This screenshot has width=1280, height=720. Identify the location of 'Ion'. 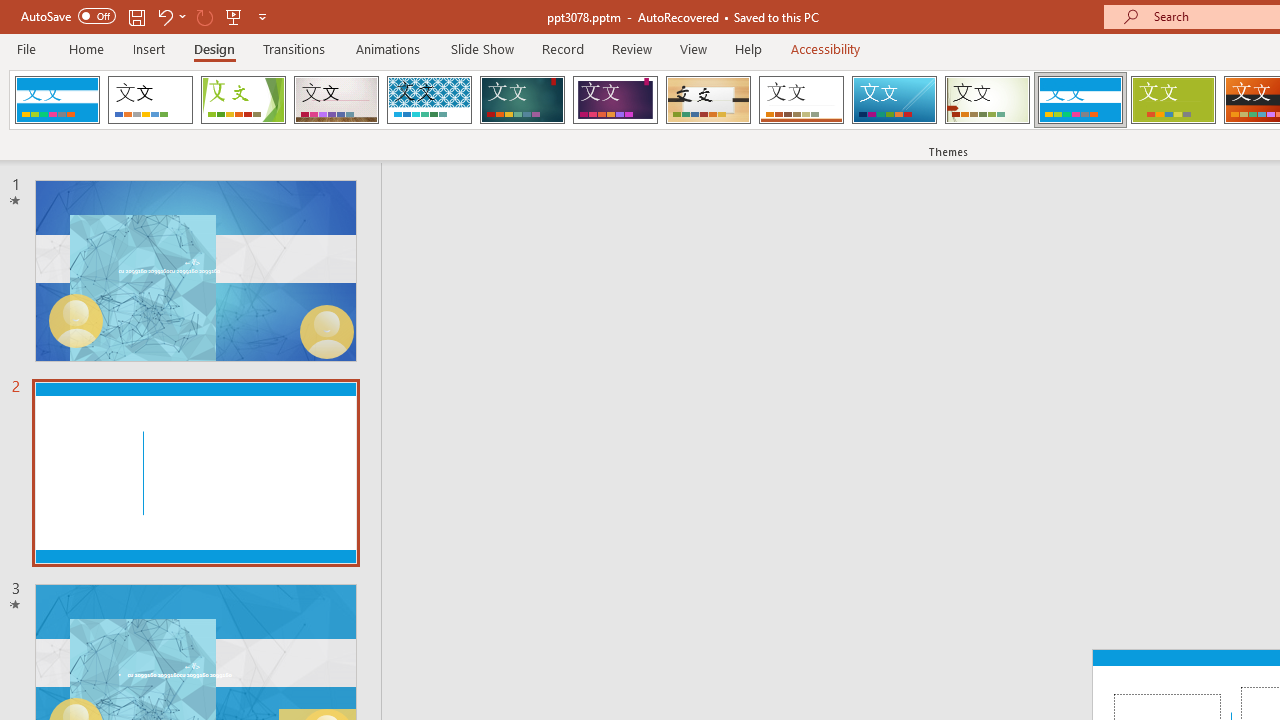
(522, 100).